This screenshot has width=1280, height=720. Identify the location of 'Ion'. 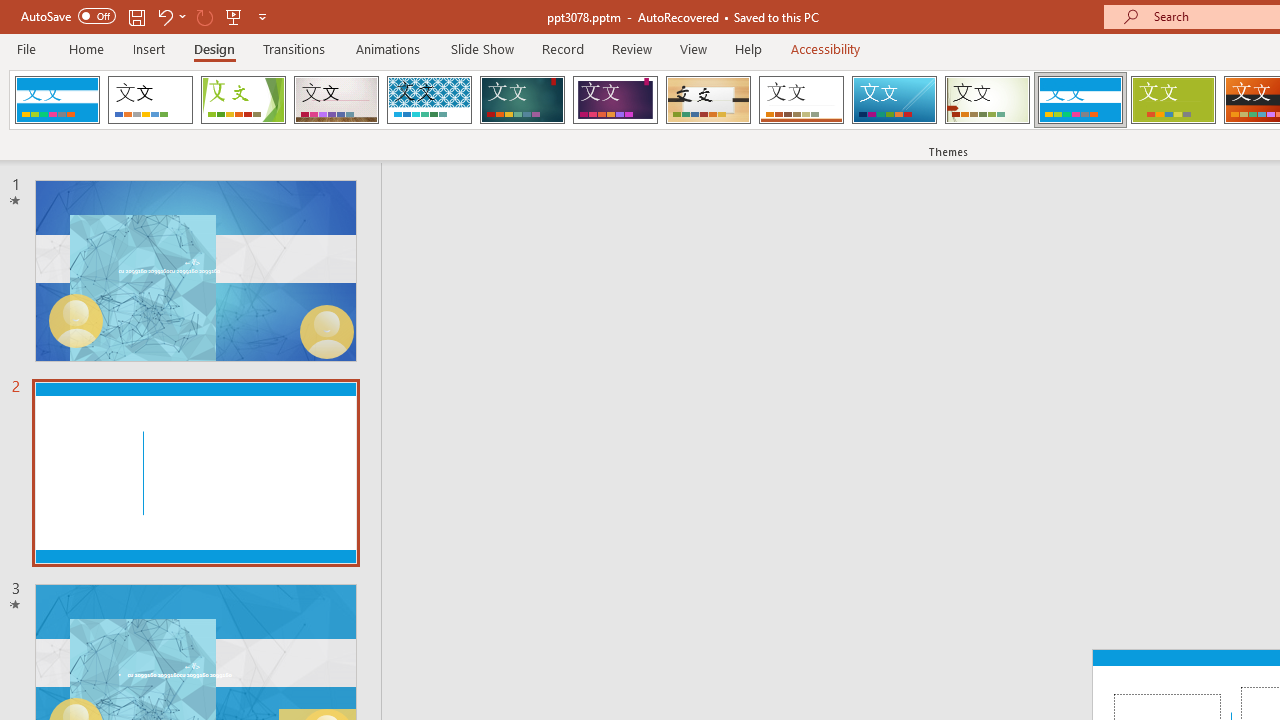
(522, 100).